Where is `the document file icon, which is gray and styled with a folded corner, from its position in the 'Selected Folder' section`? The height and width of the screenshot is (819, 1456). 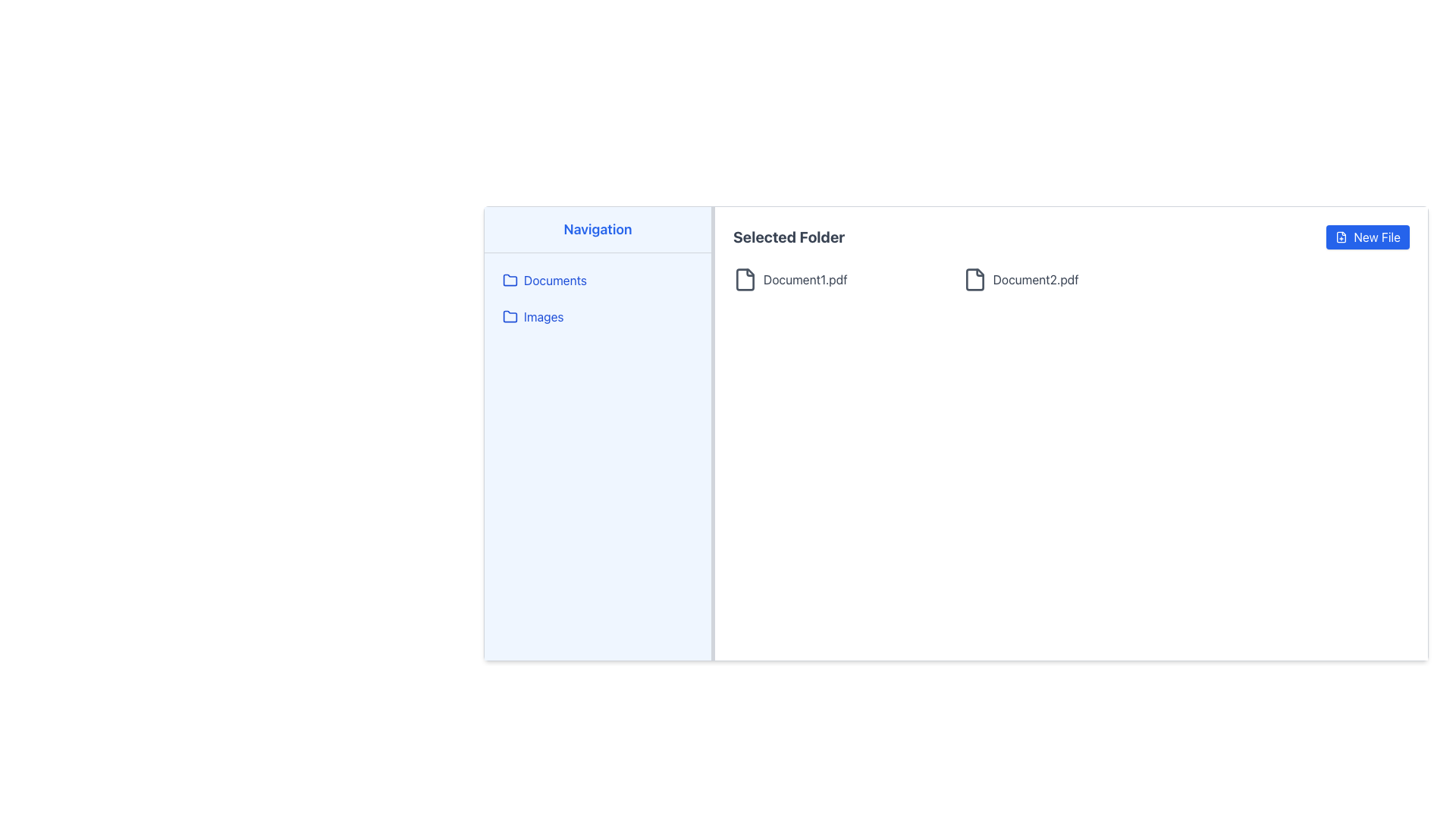 the document file icon, which is gray and styled with a folded corner, from its position in the 'Selected Folder' section is located at coordinates (745, 280).